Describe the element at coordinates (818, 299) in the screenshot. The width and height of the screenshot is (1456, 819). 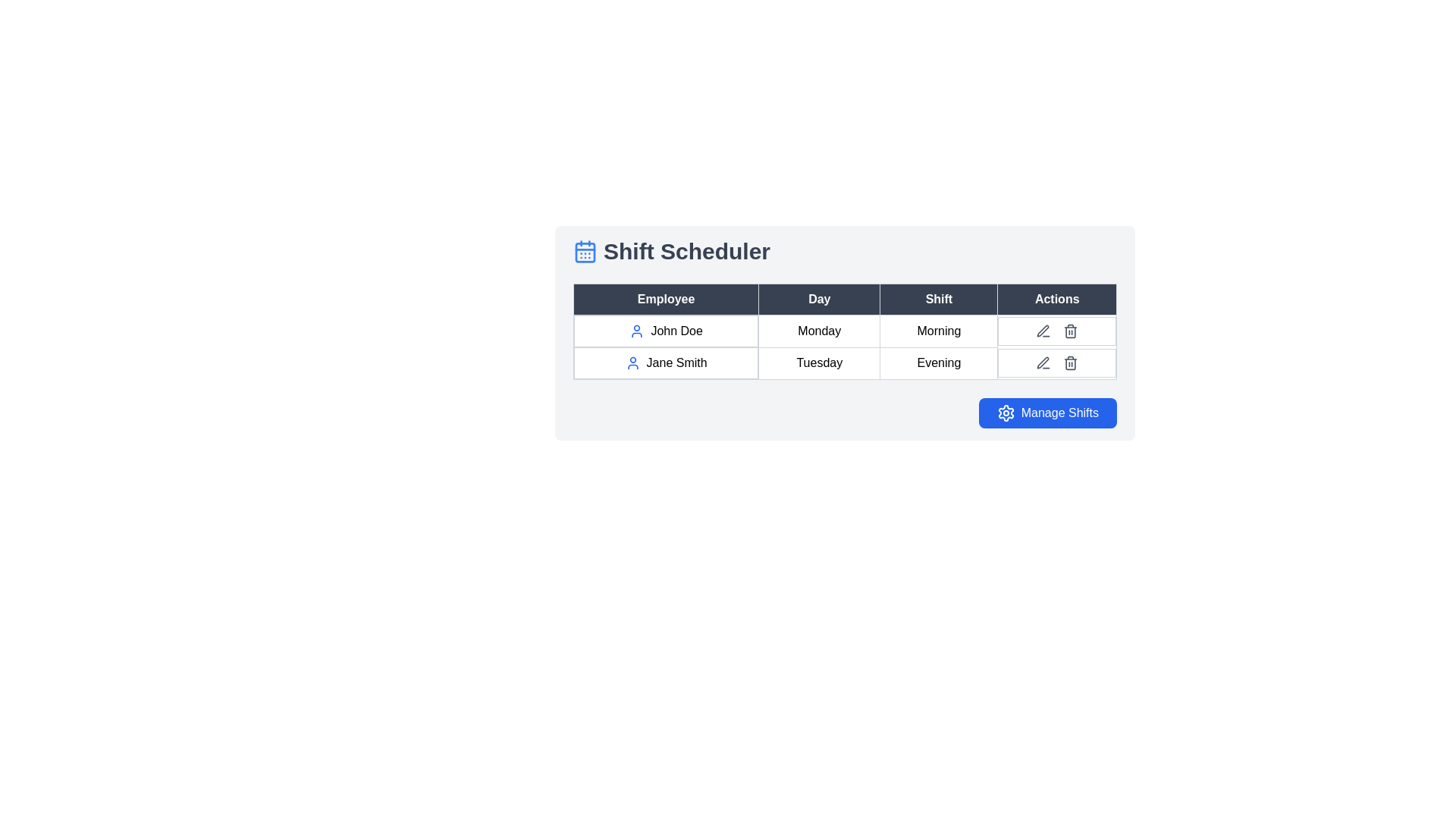
I see `the 'Day' table header, which is a rectangular text header with a dark gray background and white centered text, positioned between the 'Employee' and 'Shift' headers` at that location.